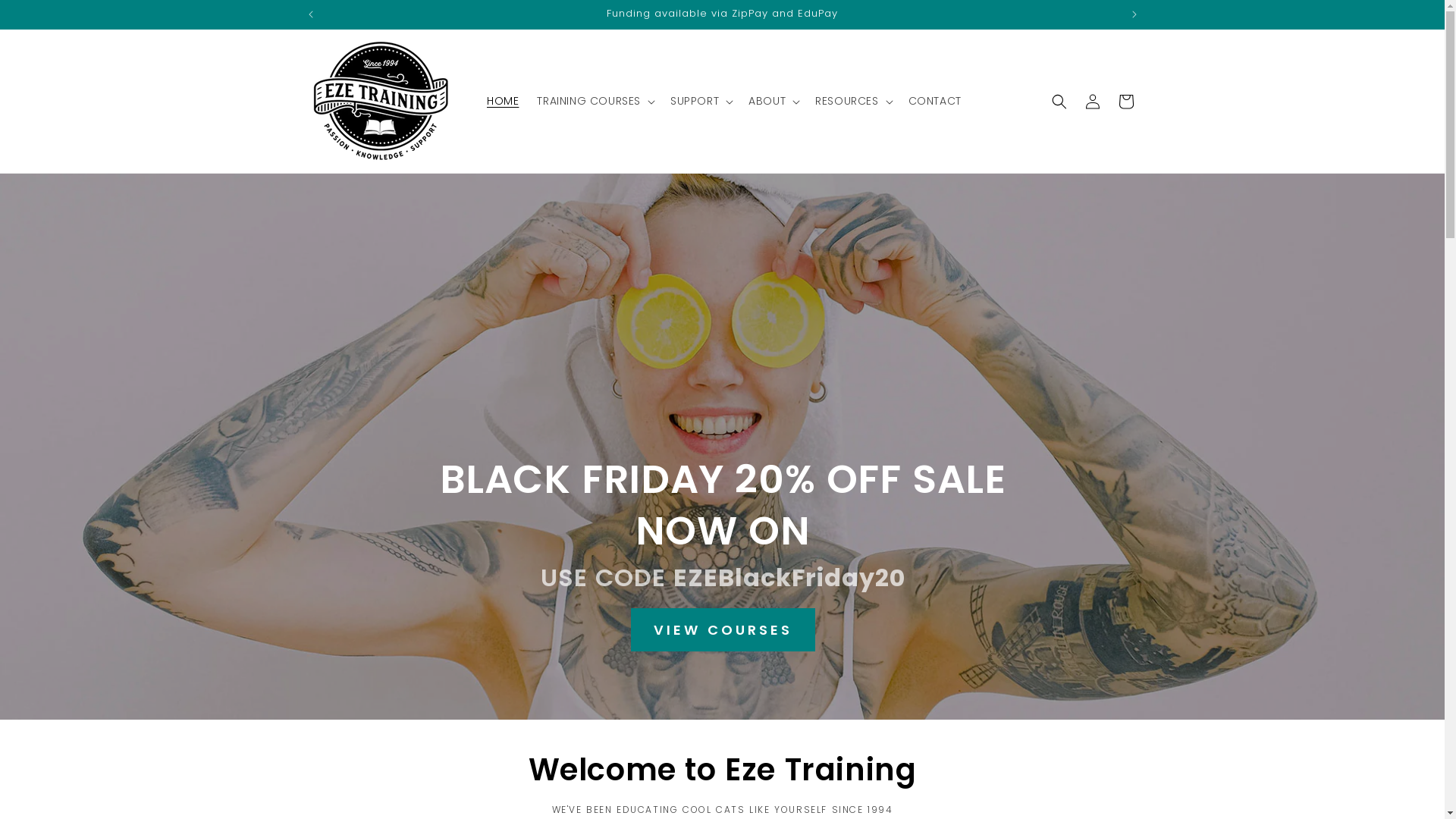  What do you see at coordinates (934, 100) in the screenshot?
I see `'CONTACT'` at bounding box center [934, 100].